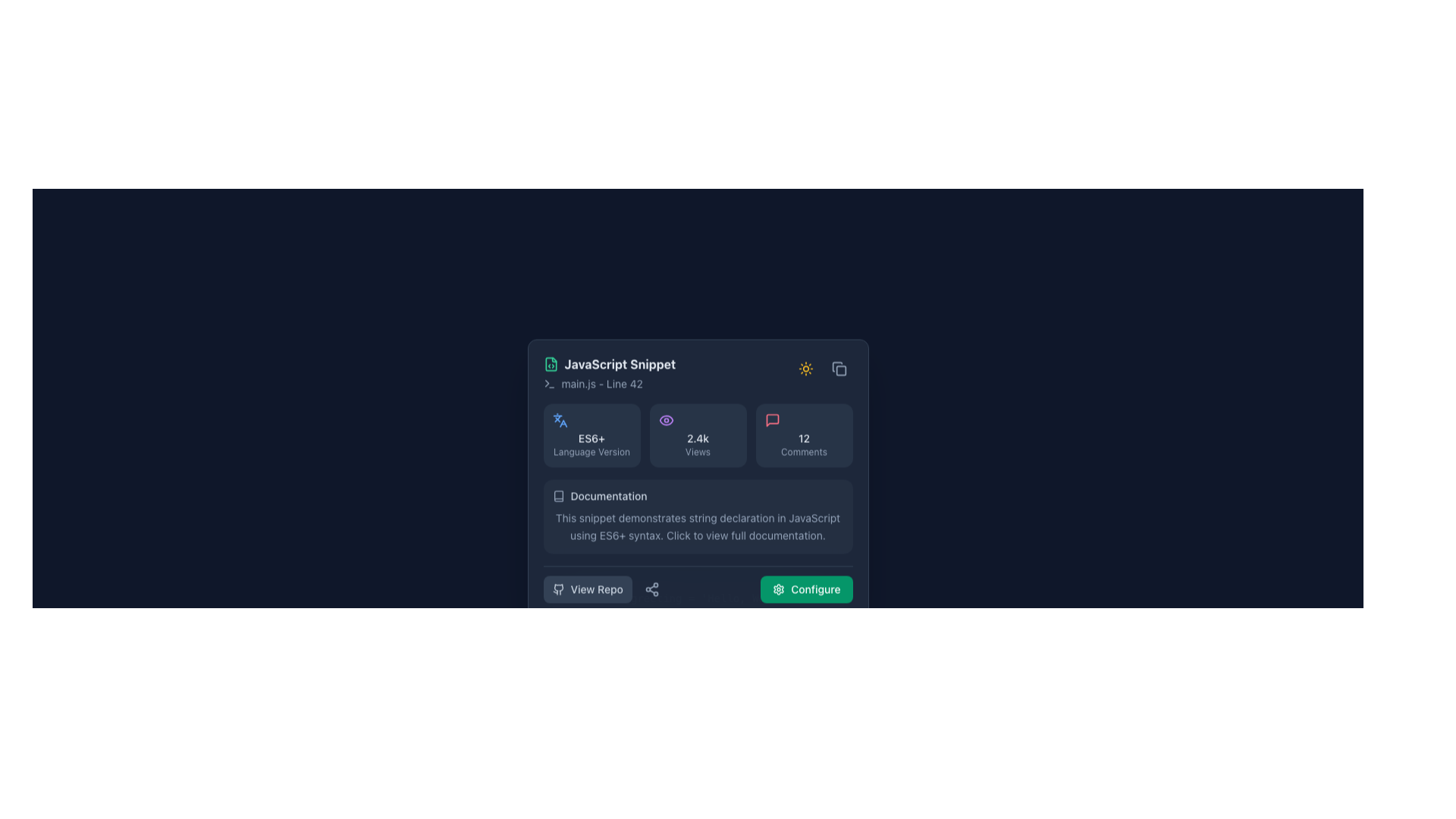 The height and width of the screenshot is (819, 1456). What do you see at coordinates (779, 588) in the screenshot?
I see `the settings icon located at the top-right corner of the card or modal interface` at bounding box center [779, 588].